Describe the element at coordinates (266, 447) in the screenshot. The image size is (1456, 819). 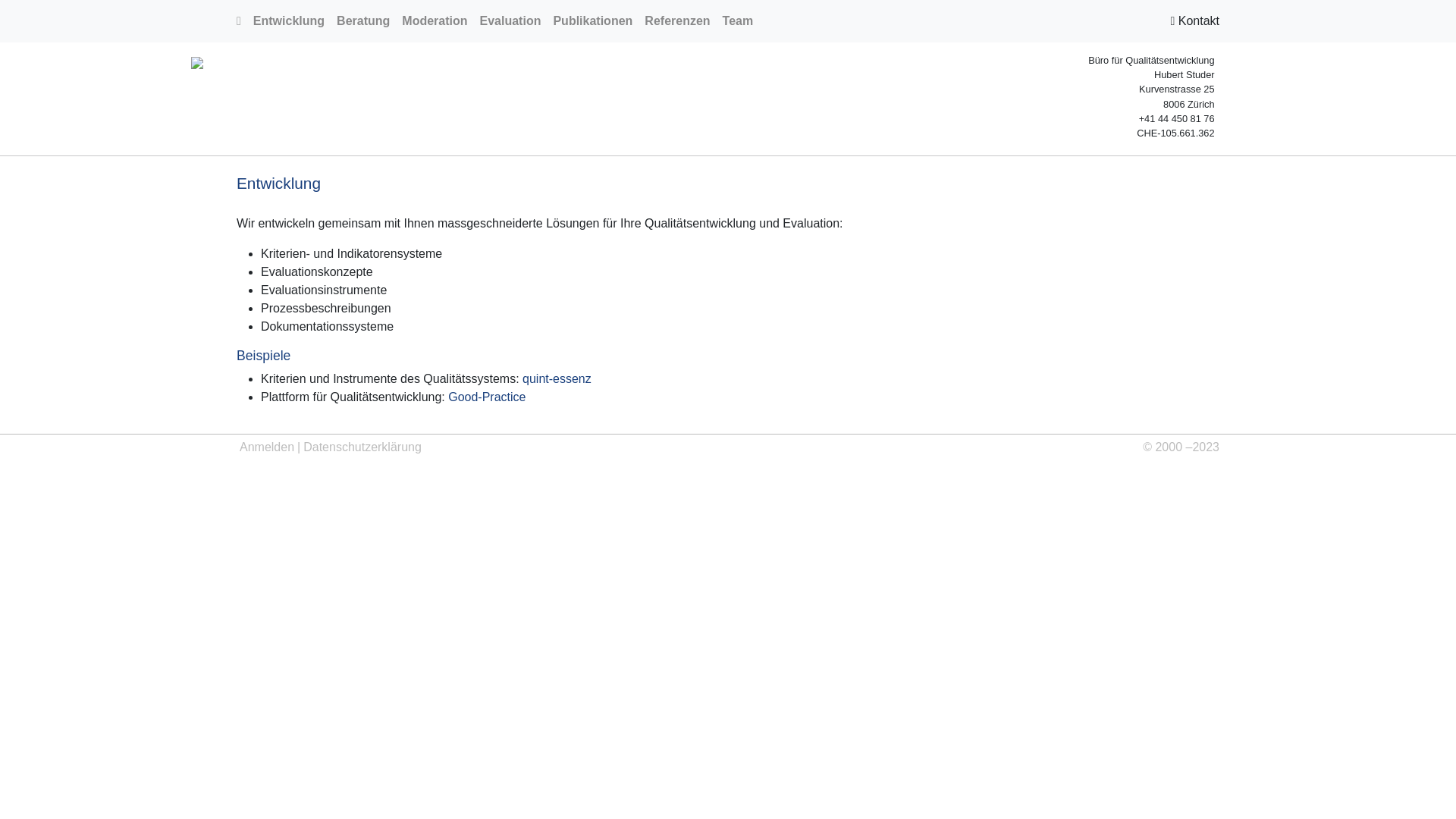
I see `'Anmelden'` at that location.